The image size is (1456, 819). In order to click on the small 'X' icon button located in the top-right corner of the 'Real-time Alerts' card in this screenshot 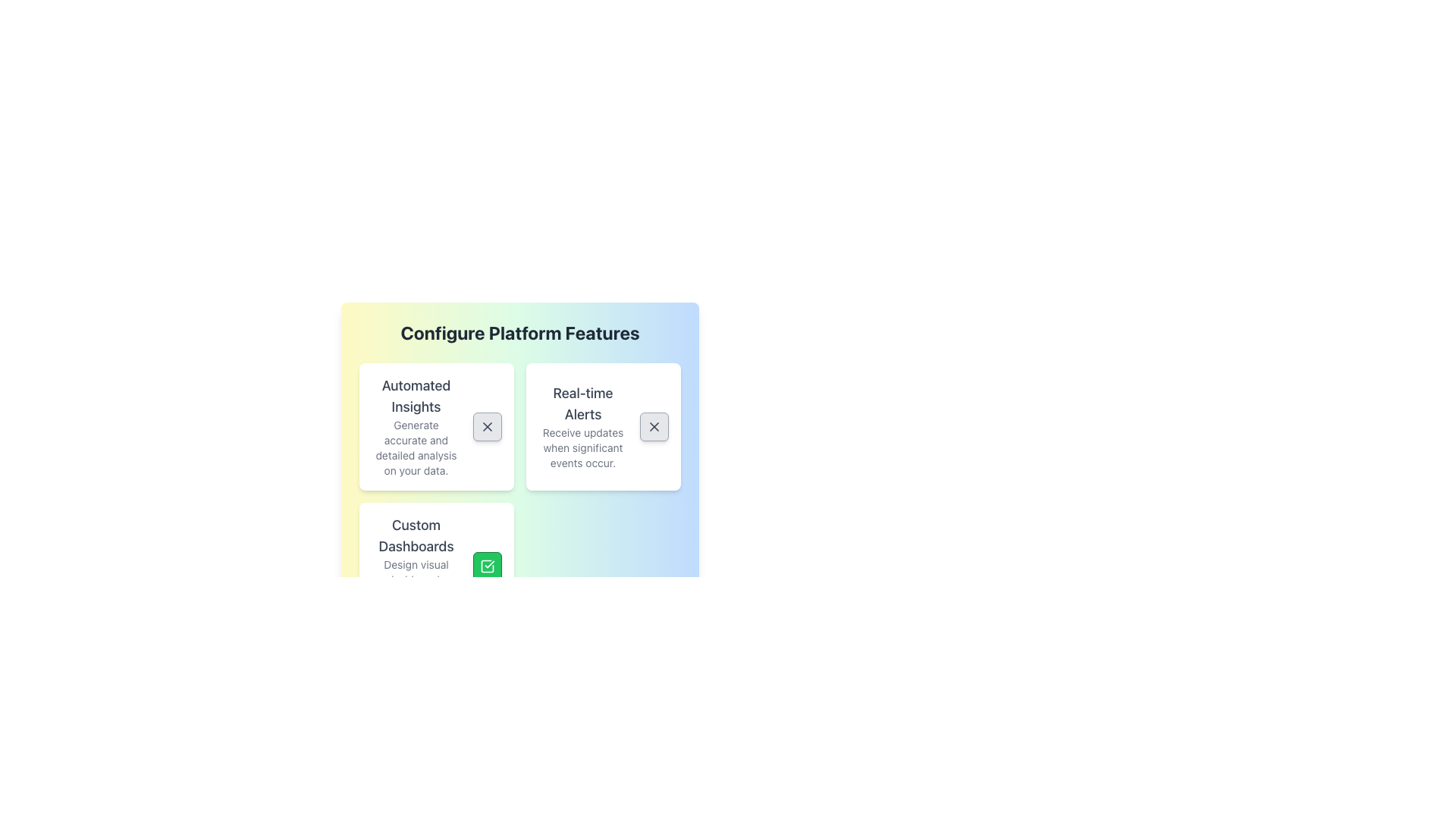, I will do `click(654, 427)`.